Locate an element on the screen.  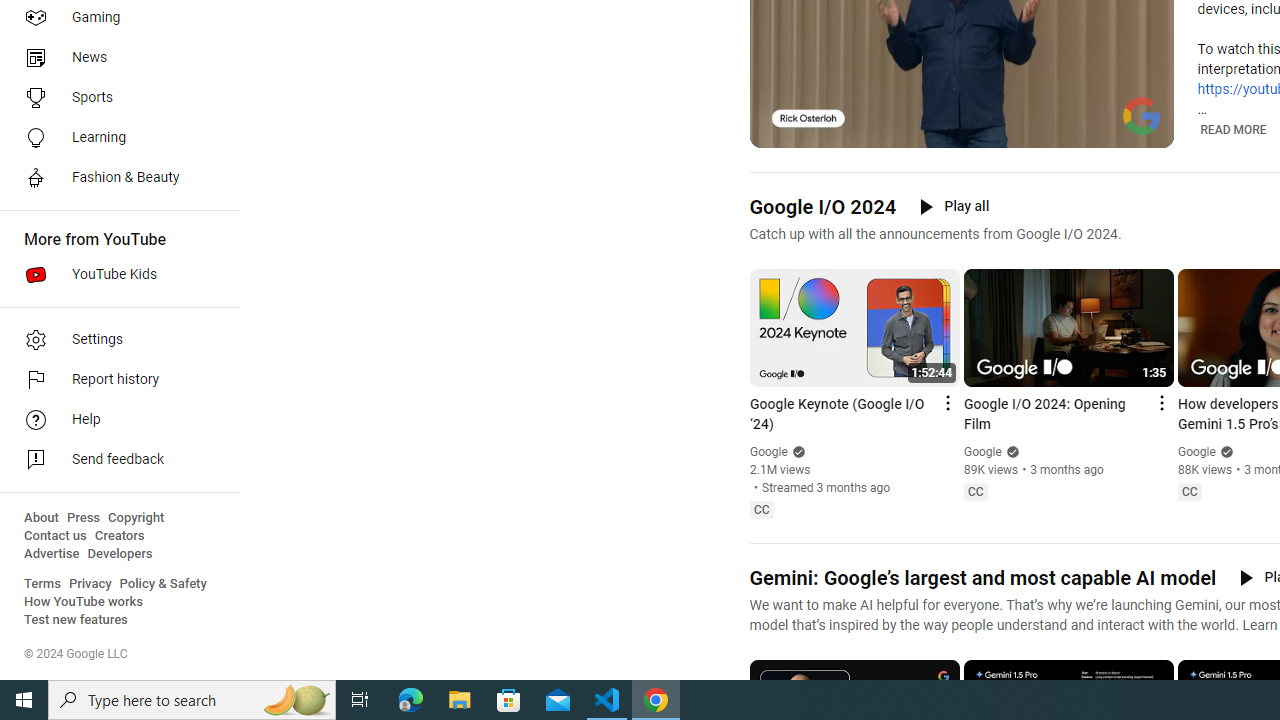
'Pause (k)' is located at coordinates (778, 130).